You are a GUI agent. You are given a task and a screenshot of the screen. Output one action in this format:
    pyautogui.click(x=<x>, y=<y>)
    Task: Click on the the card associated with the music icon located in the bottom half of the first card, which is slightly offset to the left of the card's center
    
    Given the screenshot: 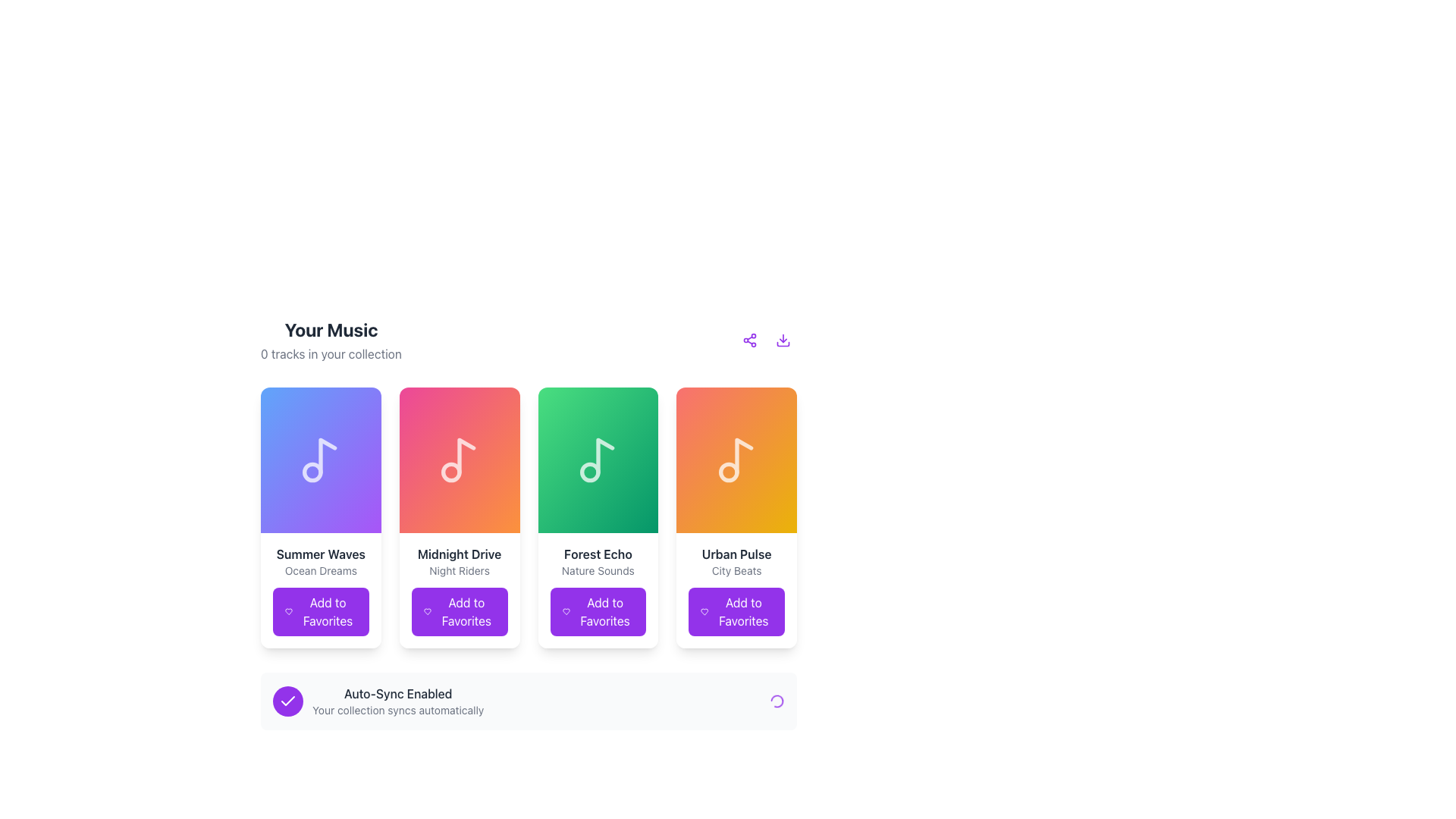 What is the action you would take?
    pyautogui.click(x=327, y=455)
    